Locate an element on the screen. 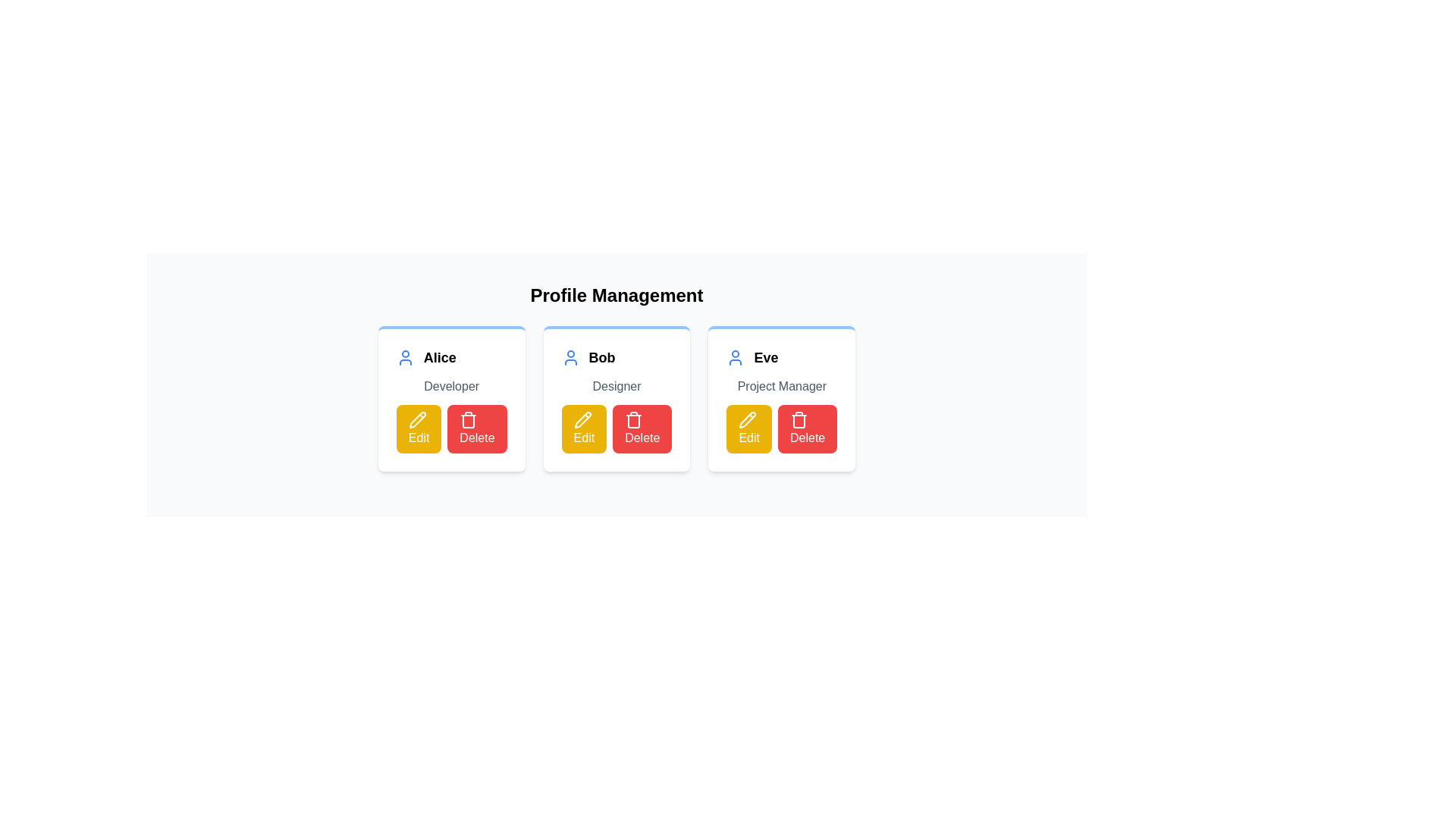 Image resolution: width=1456 pixels, height=819 pixels. the text label displaying 'Project Manager', which is styled in gray and located in the bottom section of the card related to 'Eve' is located at coordinates (782, 385).